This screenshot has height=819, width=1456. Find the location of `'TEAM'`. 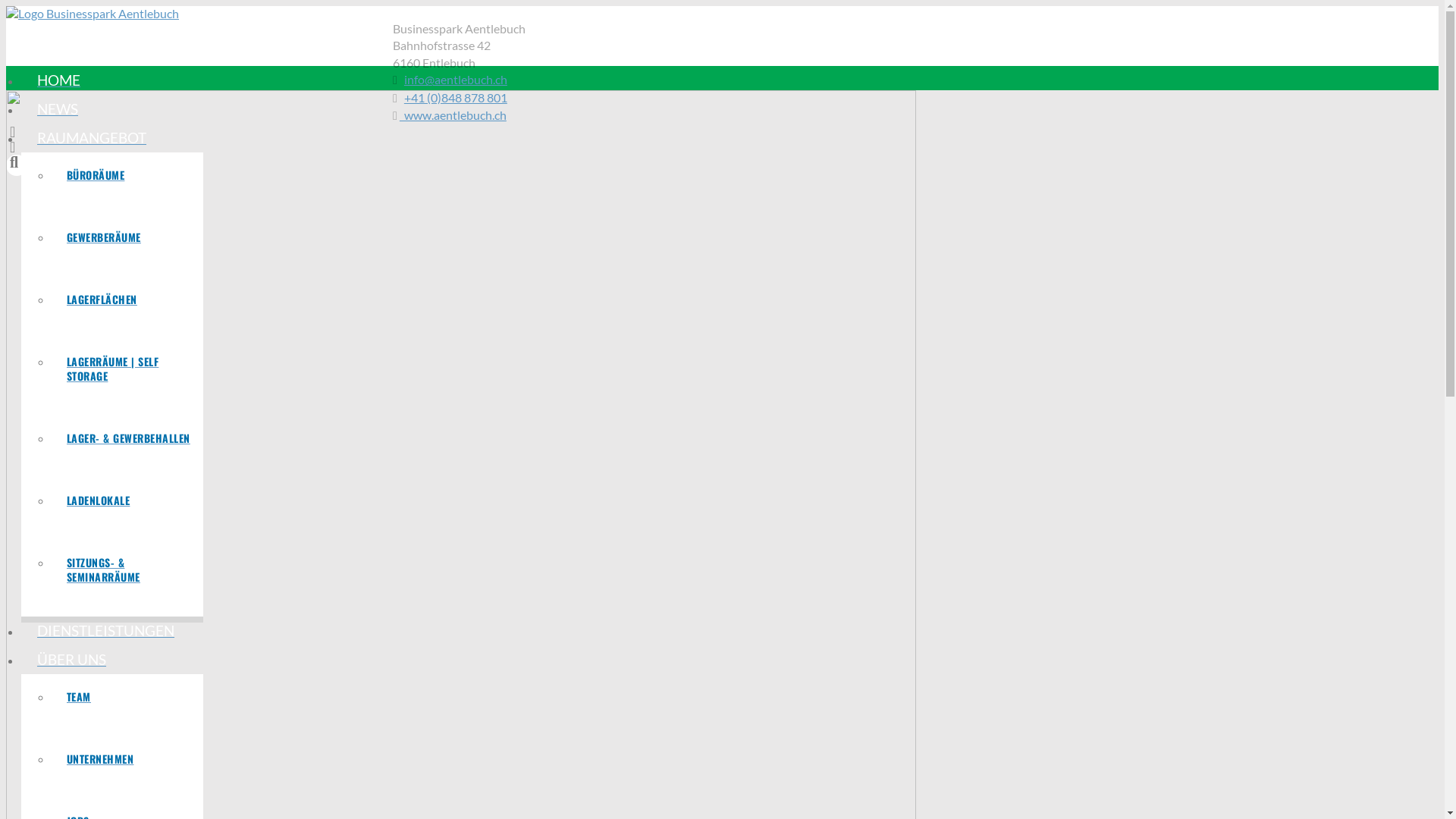

'TEAM' is located at coordinates (127, 704).